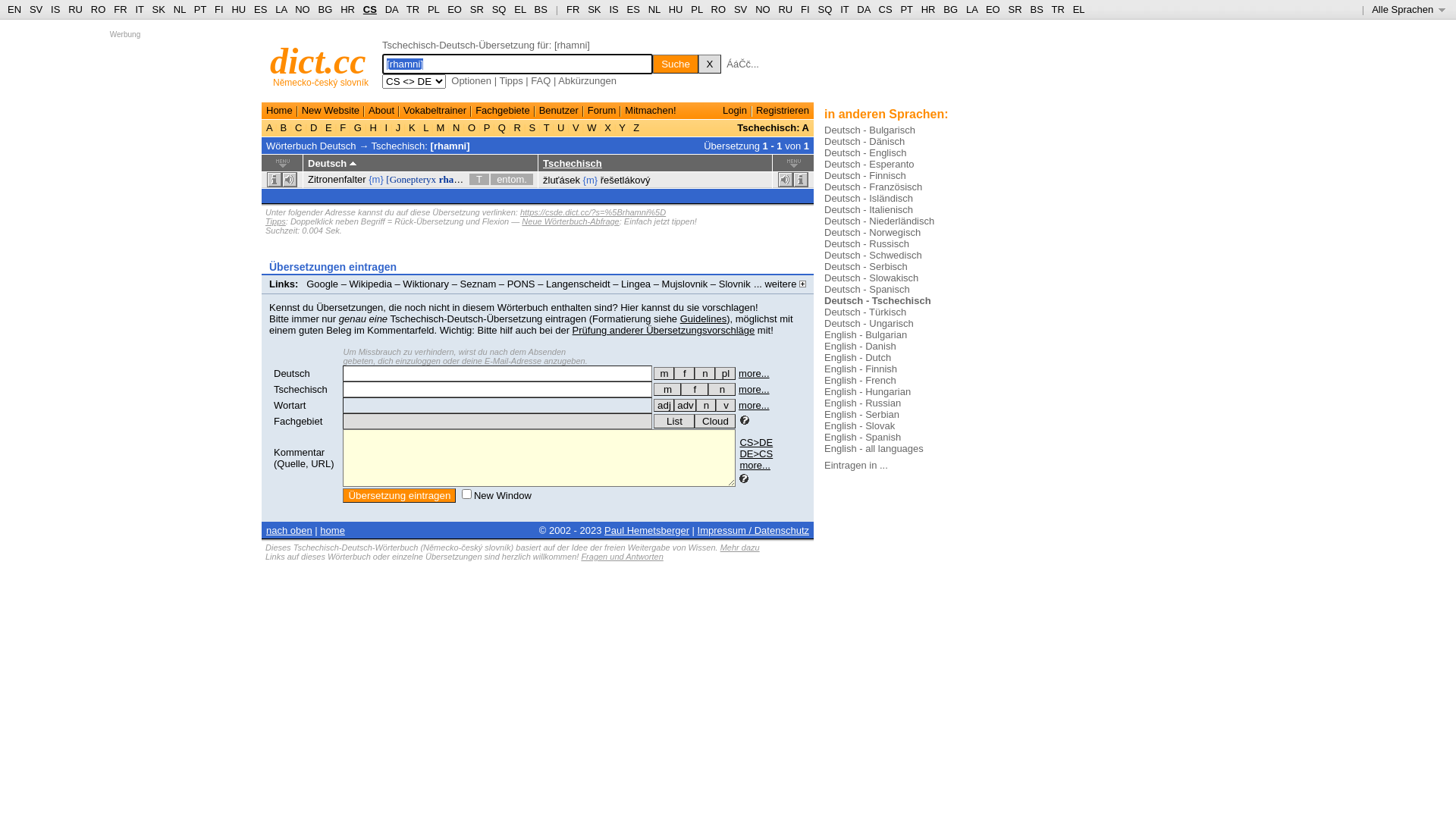 This screenshot has width=1456, height=819. I want to click on 'F', so click(342, 127).